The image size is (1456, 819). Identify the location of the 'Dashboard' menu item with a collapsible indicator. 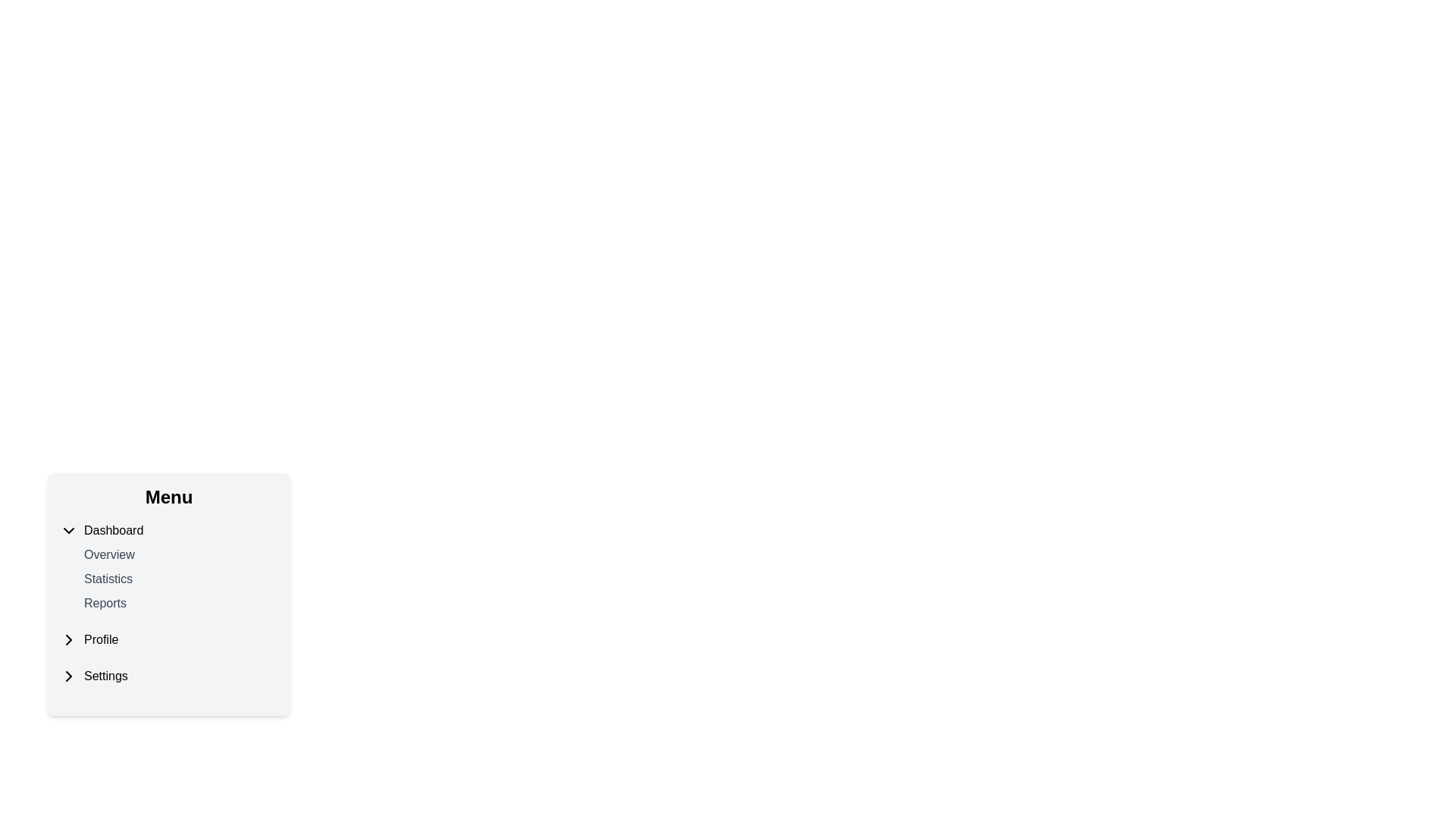
(168, 529).